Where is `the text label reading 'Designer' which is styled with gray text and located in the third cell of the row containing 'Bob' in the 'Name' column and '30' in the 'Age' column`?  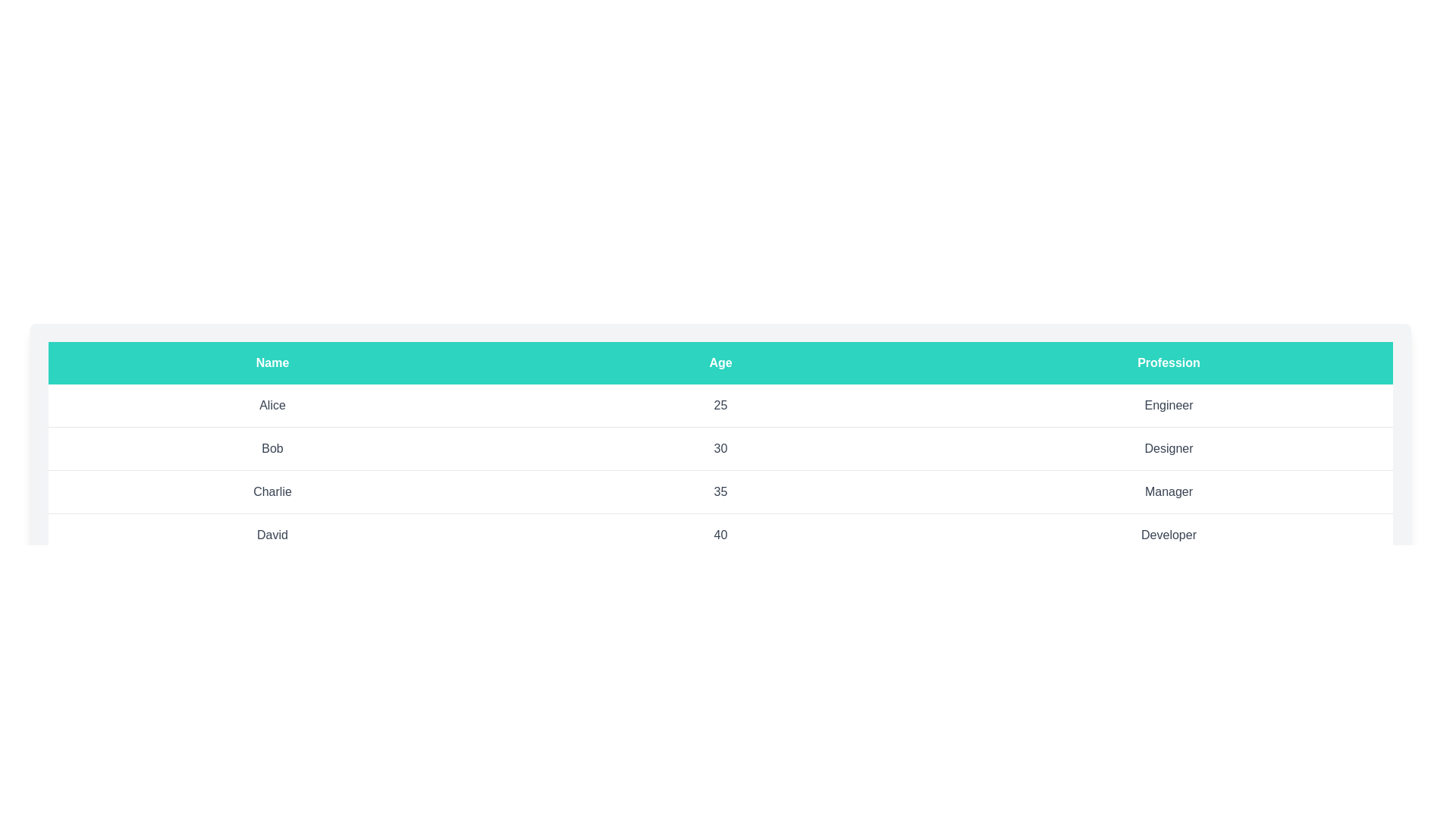
the text label reading 'Designer' which is styled with gray text and located in the third cell of the row containing 'Bob' in the 'Name' column and '30' in the 'Age' column is located at coordinates (1168, 447).